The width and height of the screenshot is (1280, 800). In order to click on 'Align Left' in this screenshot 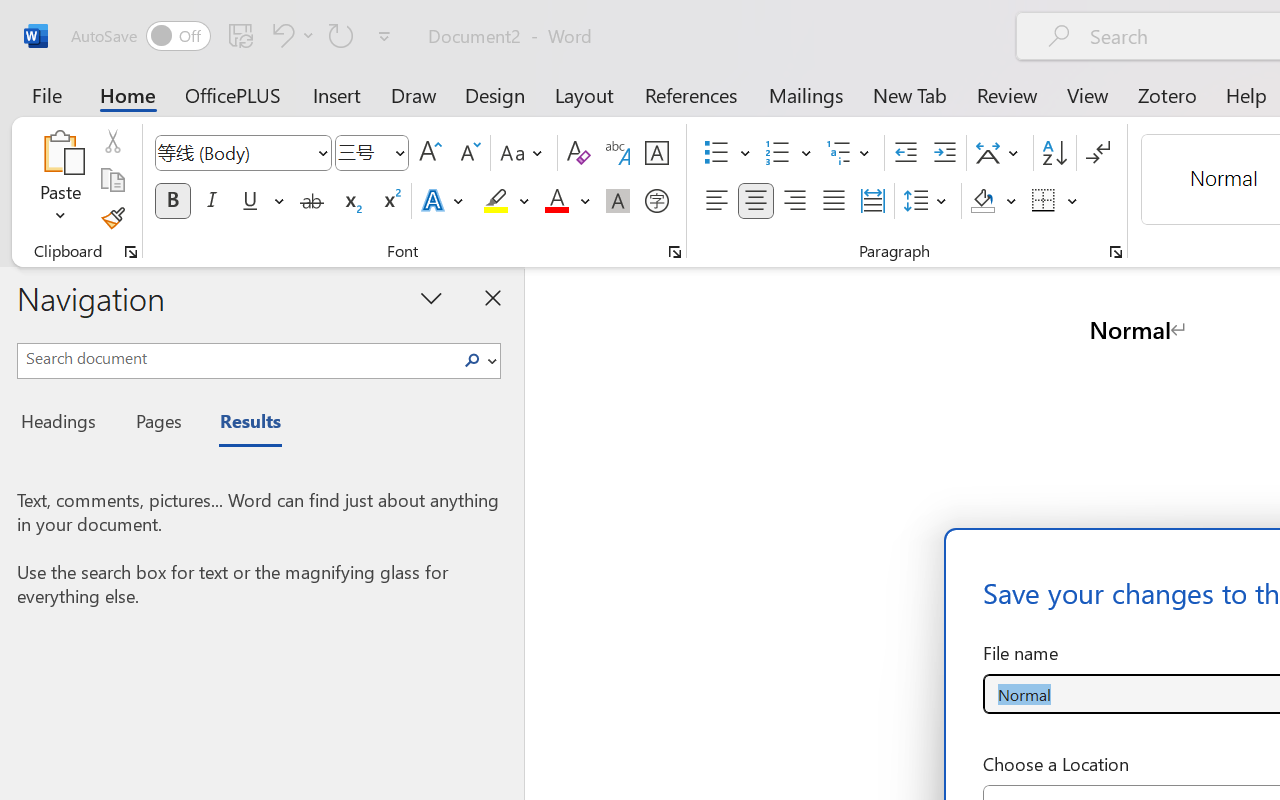, I will do `click(716, 201)`.